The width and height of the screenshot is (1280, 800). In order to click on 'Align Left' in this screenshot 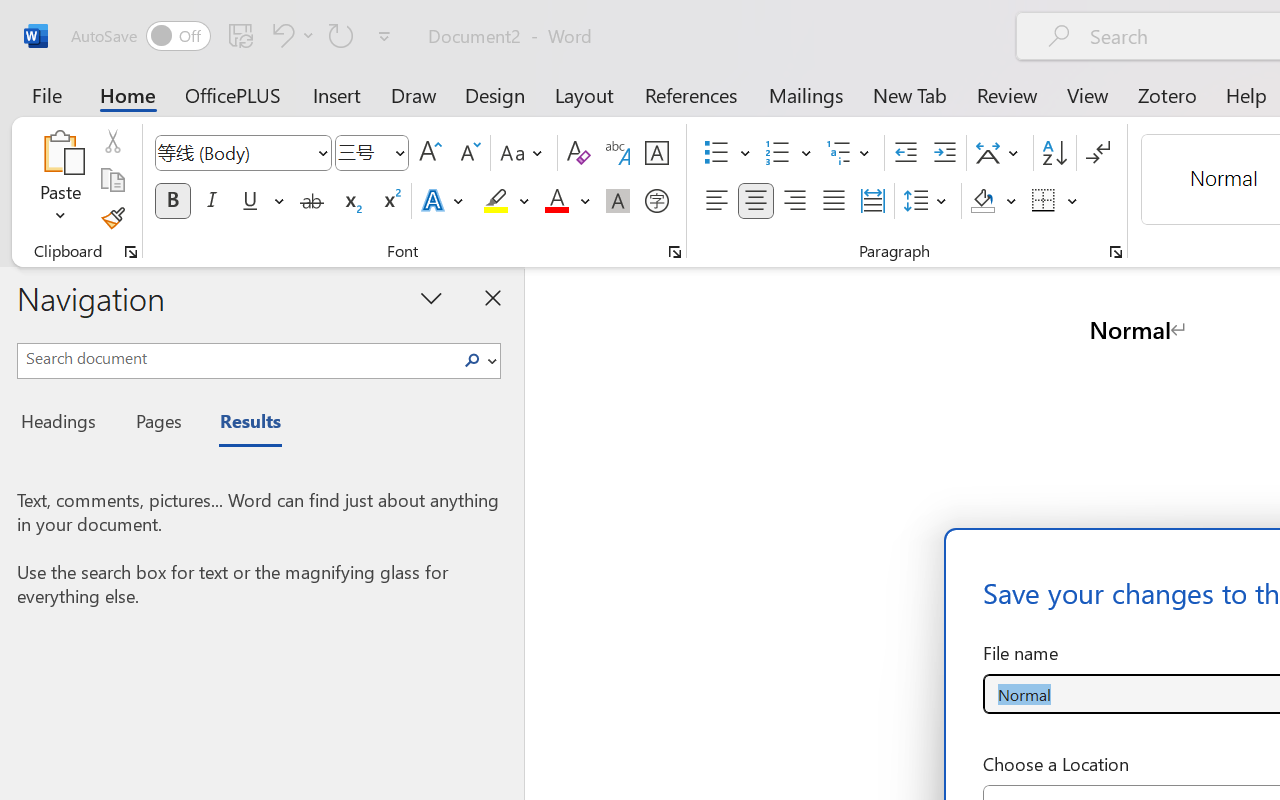, I will do `click(716, 201)`.